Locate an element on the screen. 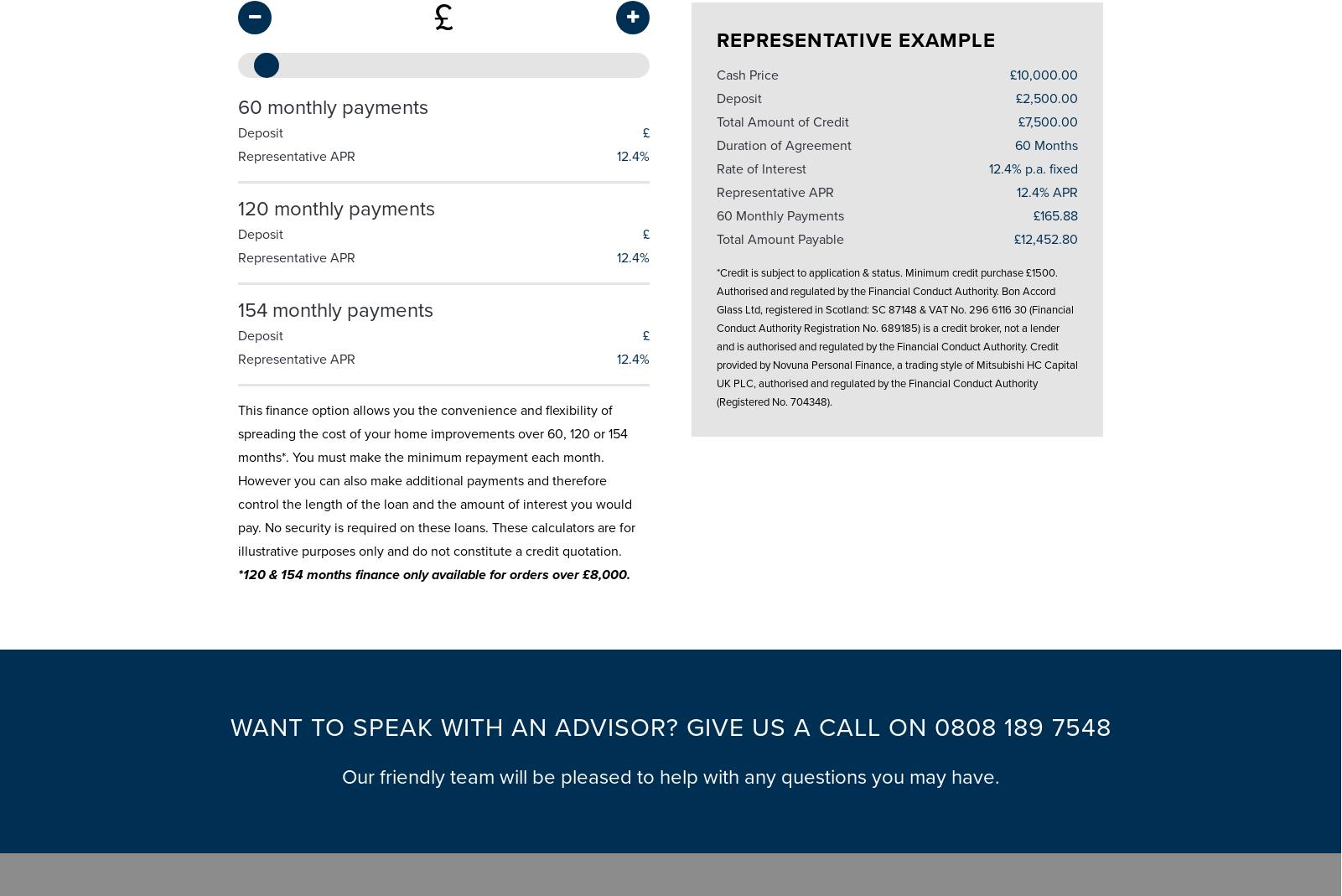 The height and width of the screenshot is (896, 1342). '60 Monthly Payments' is located at coordinates (780, 207).